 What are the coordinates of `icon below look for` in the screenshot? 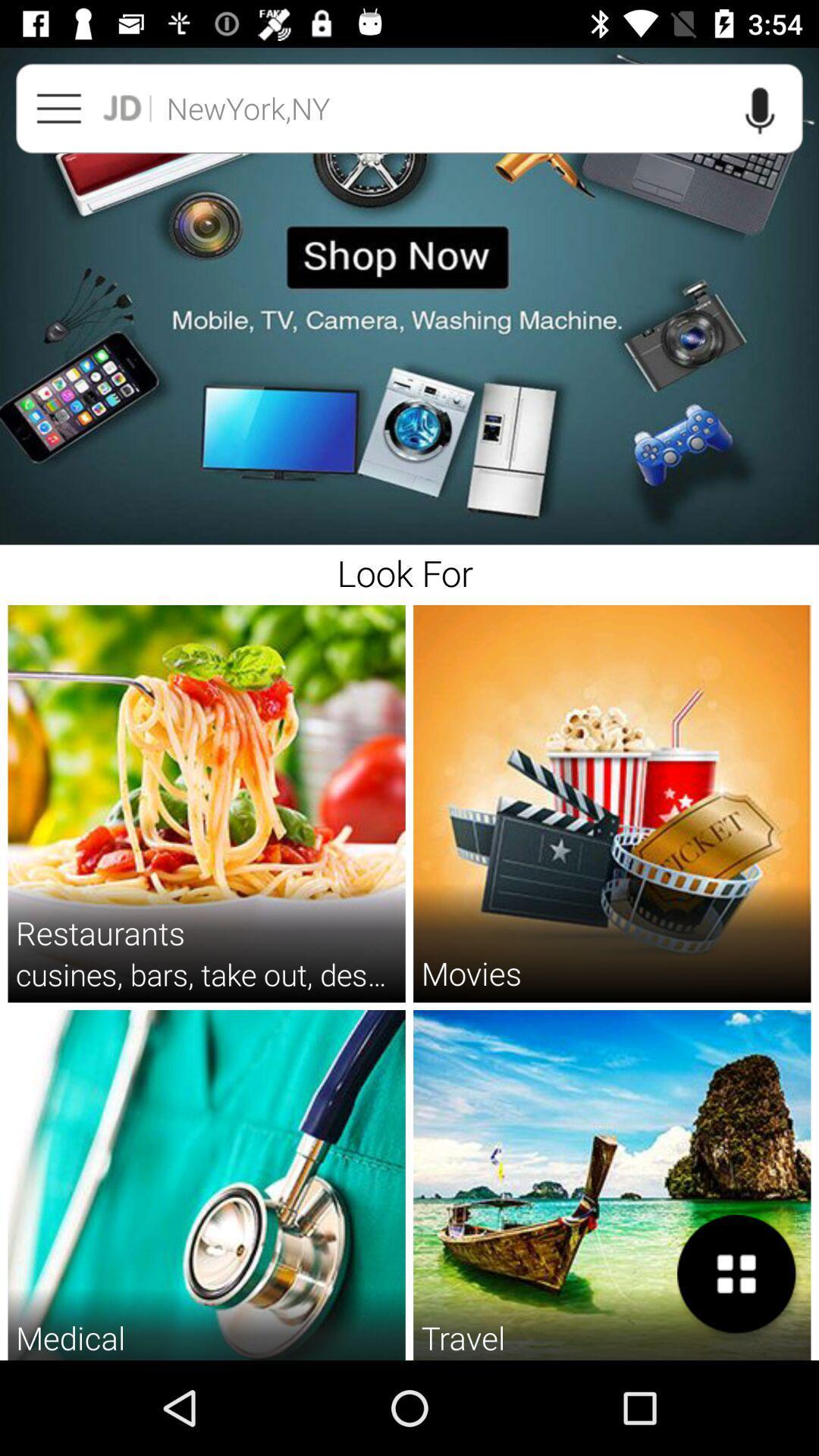 It's located at (470, 973).